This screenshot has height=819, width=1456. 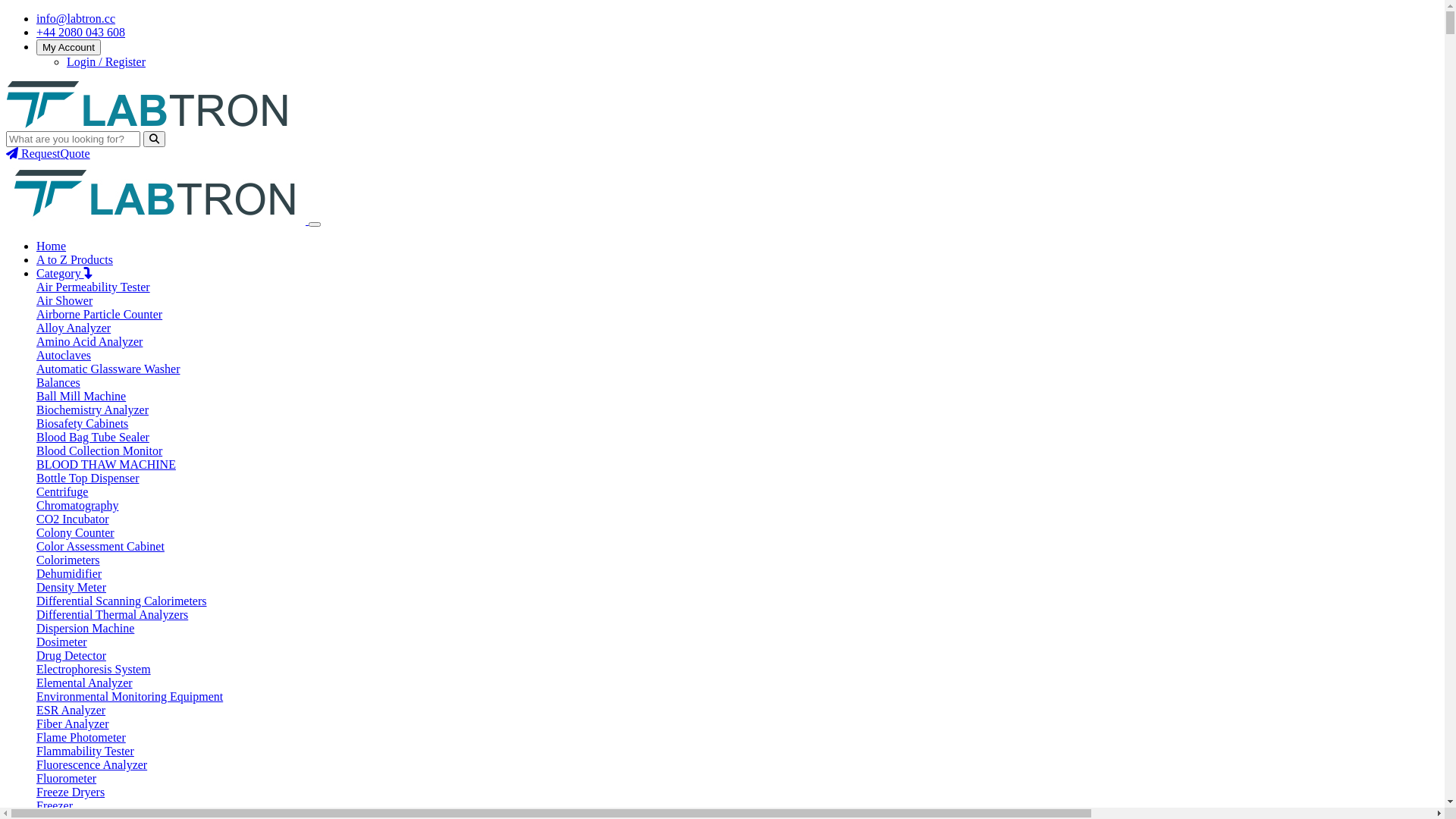 I want to click on 'CO2 Incubator', so click(x=36, y=518).